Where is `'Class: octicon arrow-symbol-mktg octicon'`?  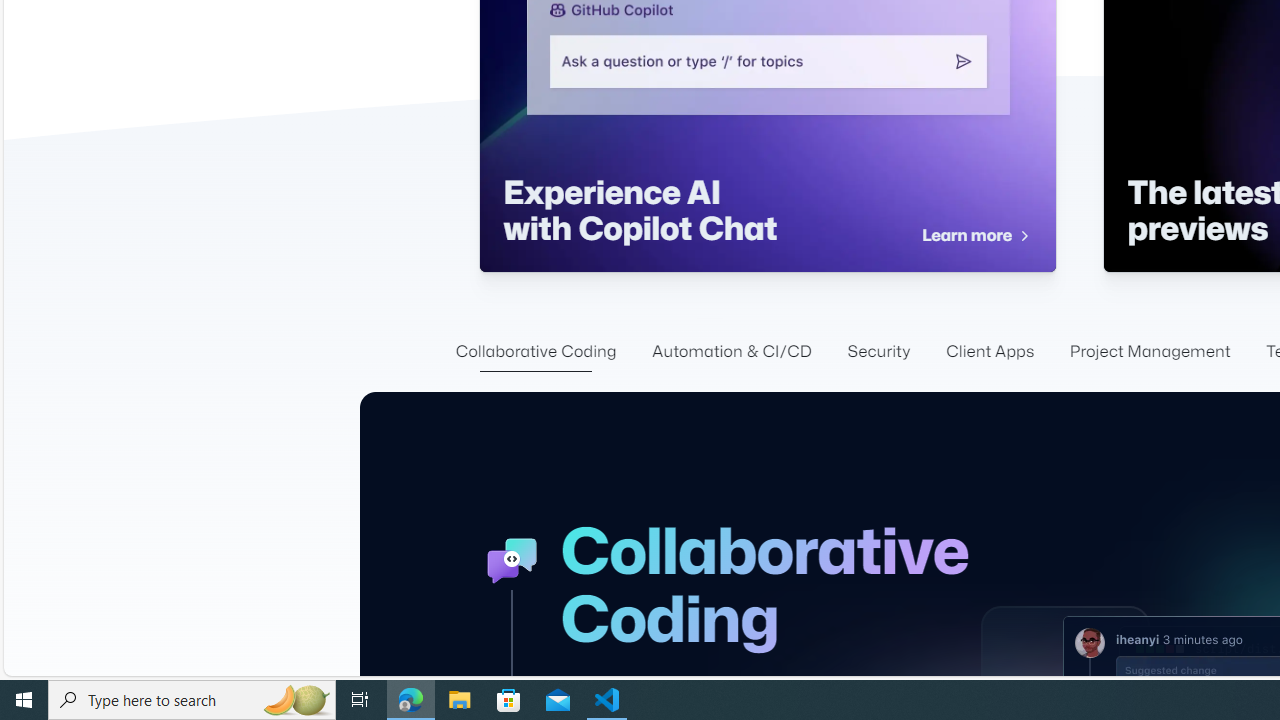
'Class: octicon arrow-symbol-mktg octicon' is located at coordinates (1023, 235).